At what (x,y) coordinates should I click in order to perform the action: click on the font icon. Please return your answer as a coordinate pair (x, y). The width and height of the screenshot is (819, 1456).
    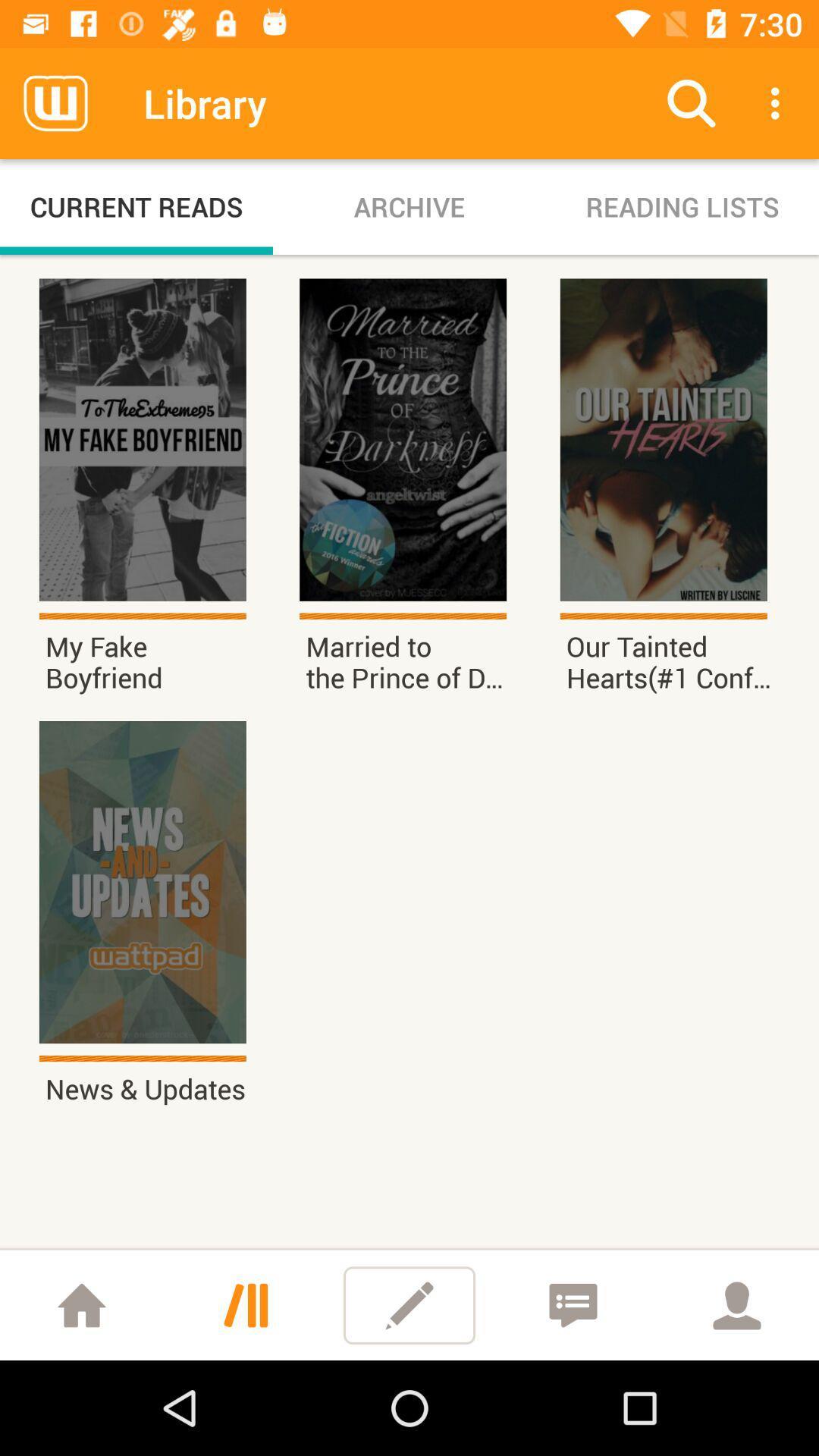
    Looking at the image, I should click on (245, 1304).